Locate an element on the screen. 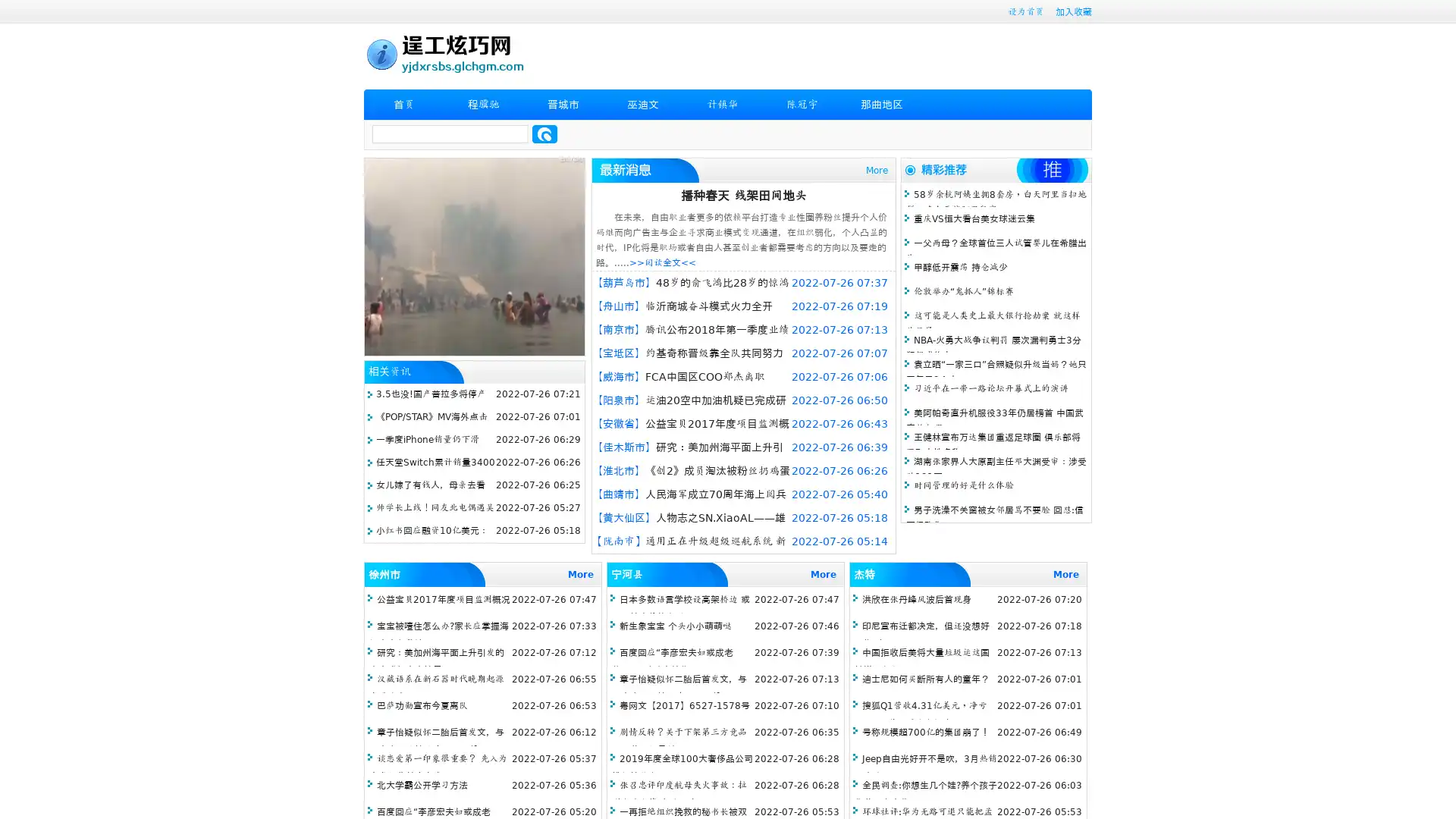 This screenshot has height=819, width=1456. Search is located at coordinates (544, 133).